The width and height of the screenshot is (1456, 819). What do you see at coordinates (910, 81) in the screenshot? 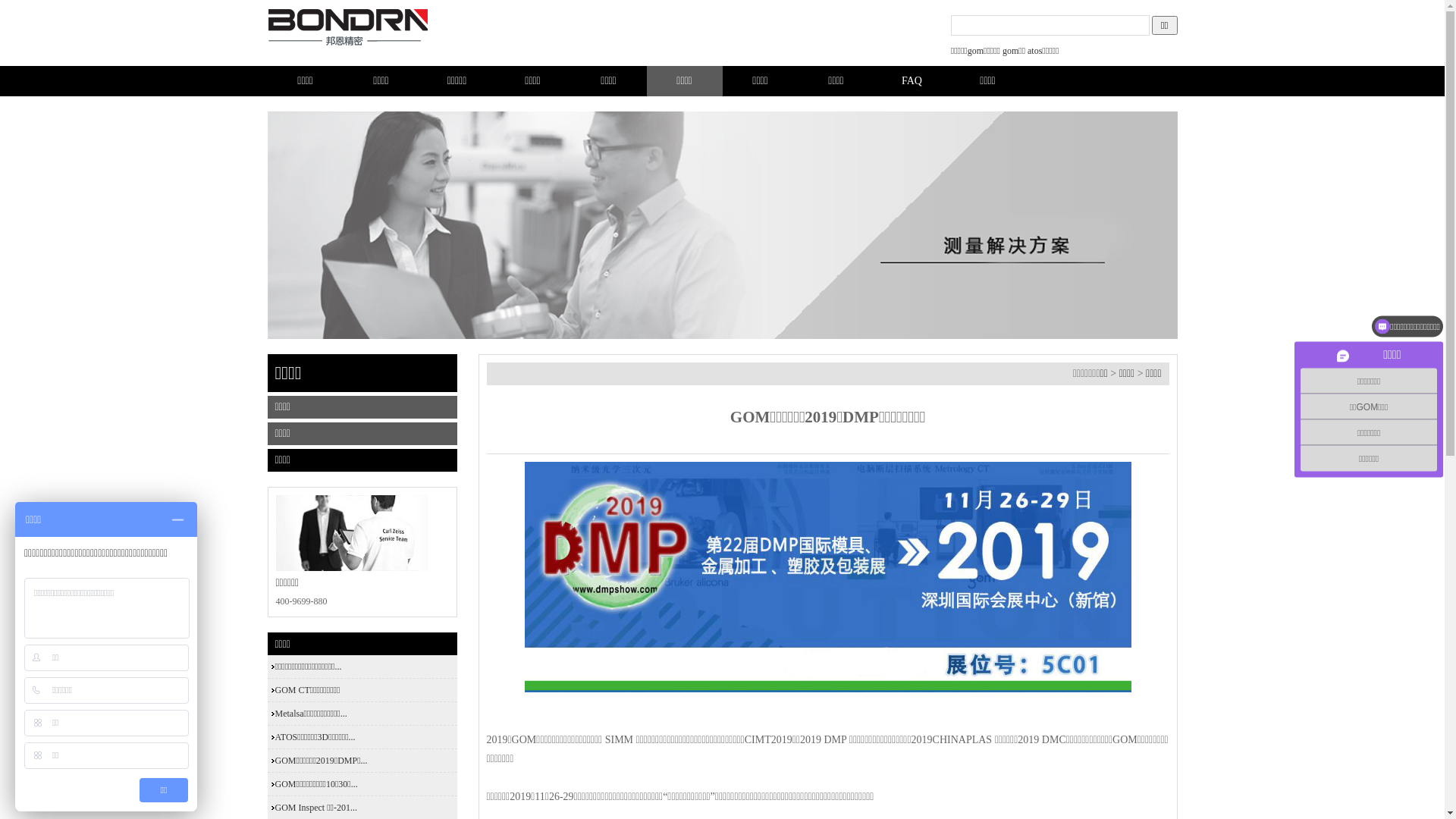
I see `'FAQ'` at bounding box center [910, 81].